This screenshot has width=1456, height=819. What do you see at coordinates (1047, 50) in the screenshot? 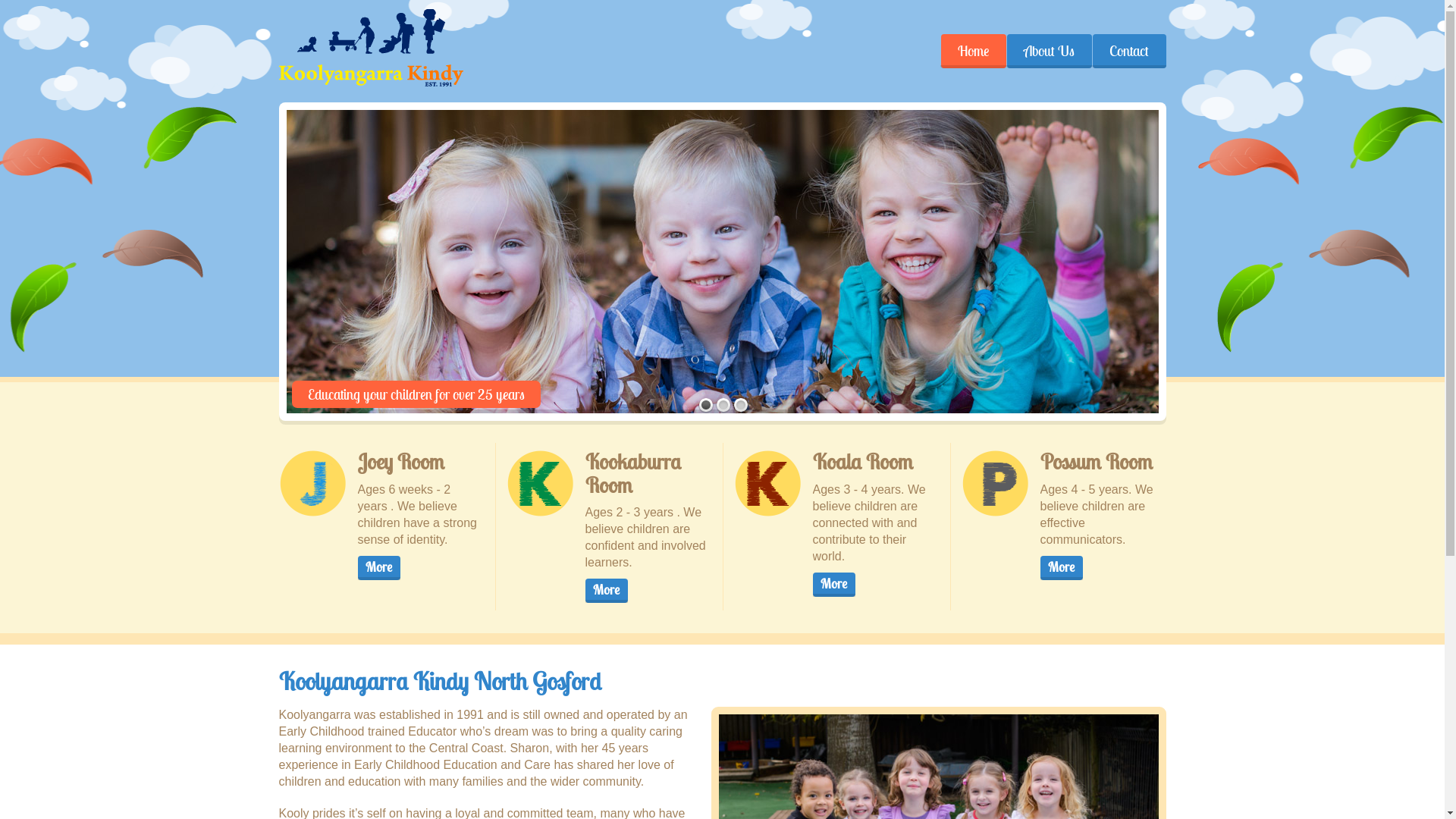
I see `'About Us'` at bounding box center [1047, 50].